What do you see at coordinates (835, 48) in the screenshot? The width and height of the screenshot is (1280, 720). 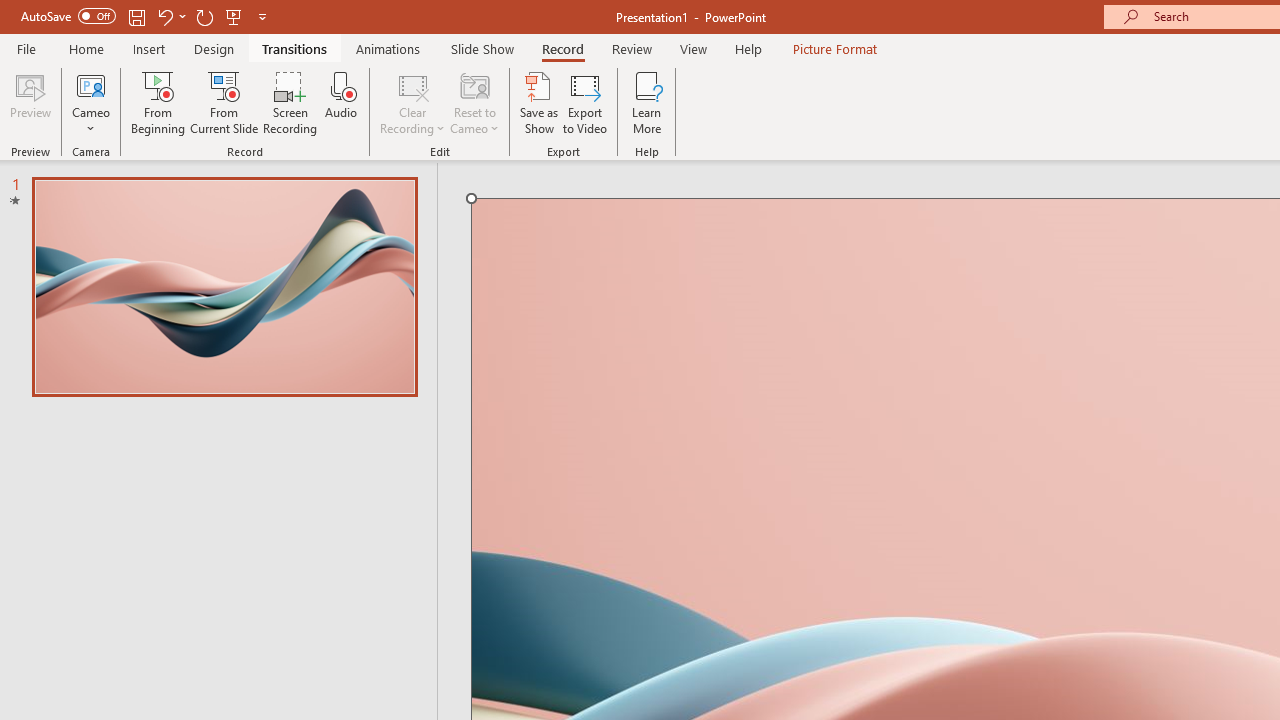 I see `'Picture Format'` at bounding box center [835, 48].